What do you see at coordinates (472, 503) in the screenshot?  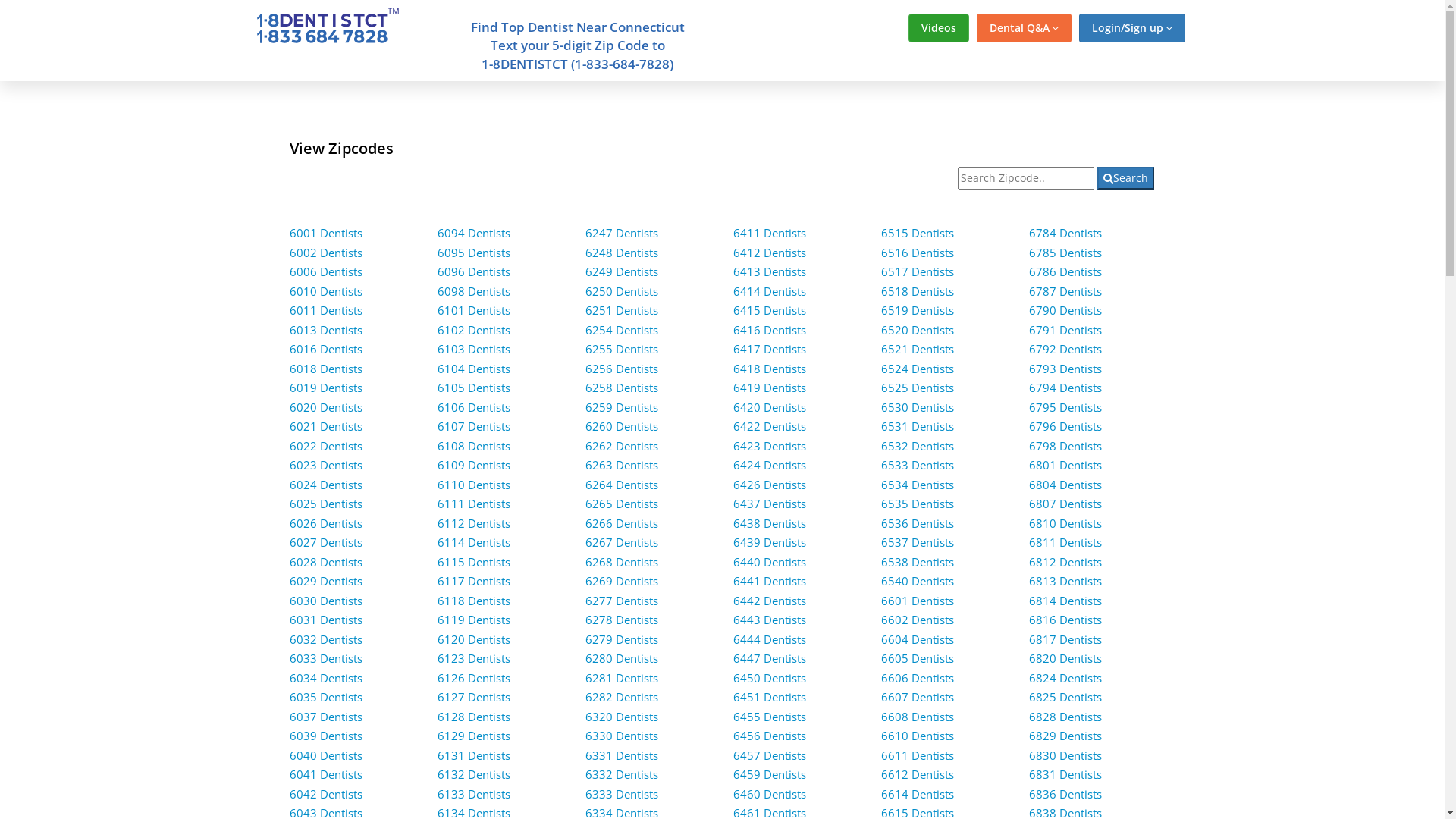 I see `'6111 Dentists'` at bounding box center [472, 503].